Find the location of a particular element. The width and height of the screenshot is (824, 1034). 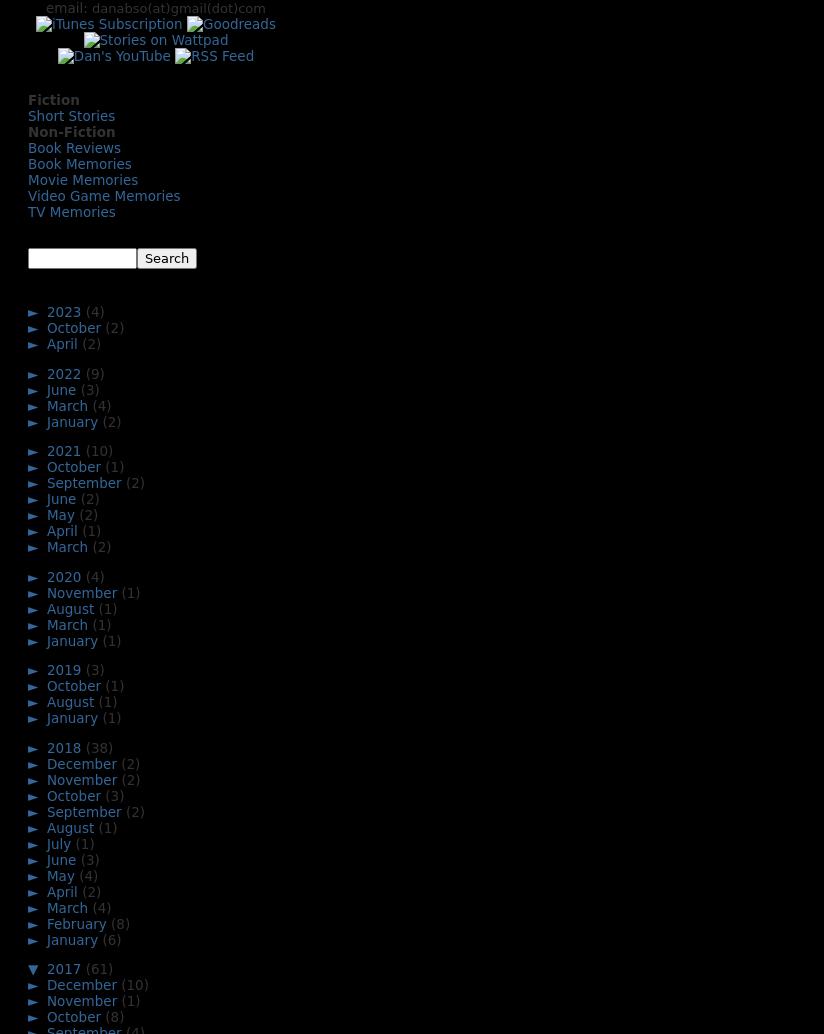

'2018' is located at coordinates (65, 746).